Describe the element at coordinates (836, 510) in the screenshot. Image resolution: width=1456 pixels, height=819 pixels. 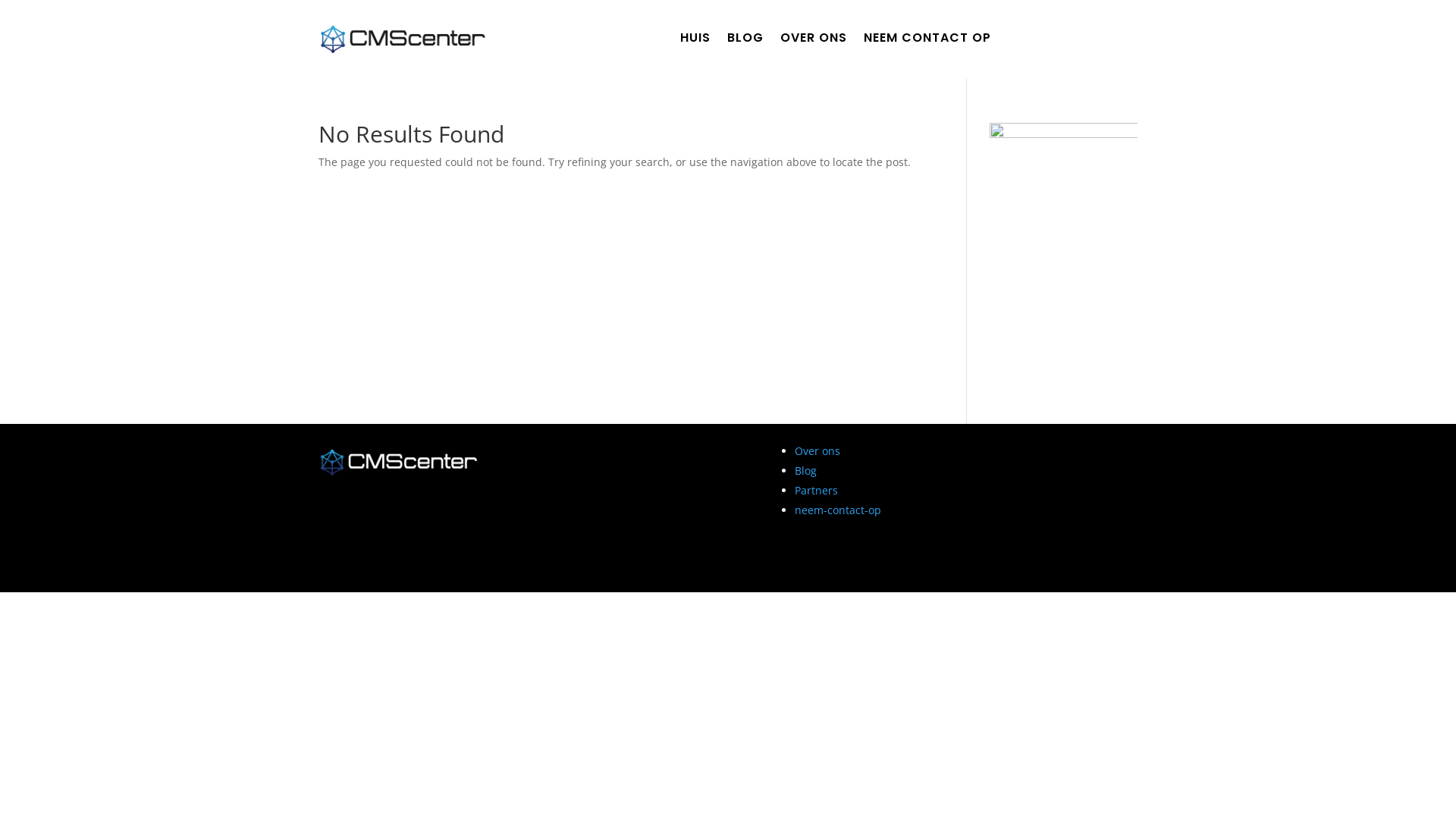
I see `'neem-contact-op'` at that location.